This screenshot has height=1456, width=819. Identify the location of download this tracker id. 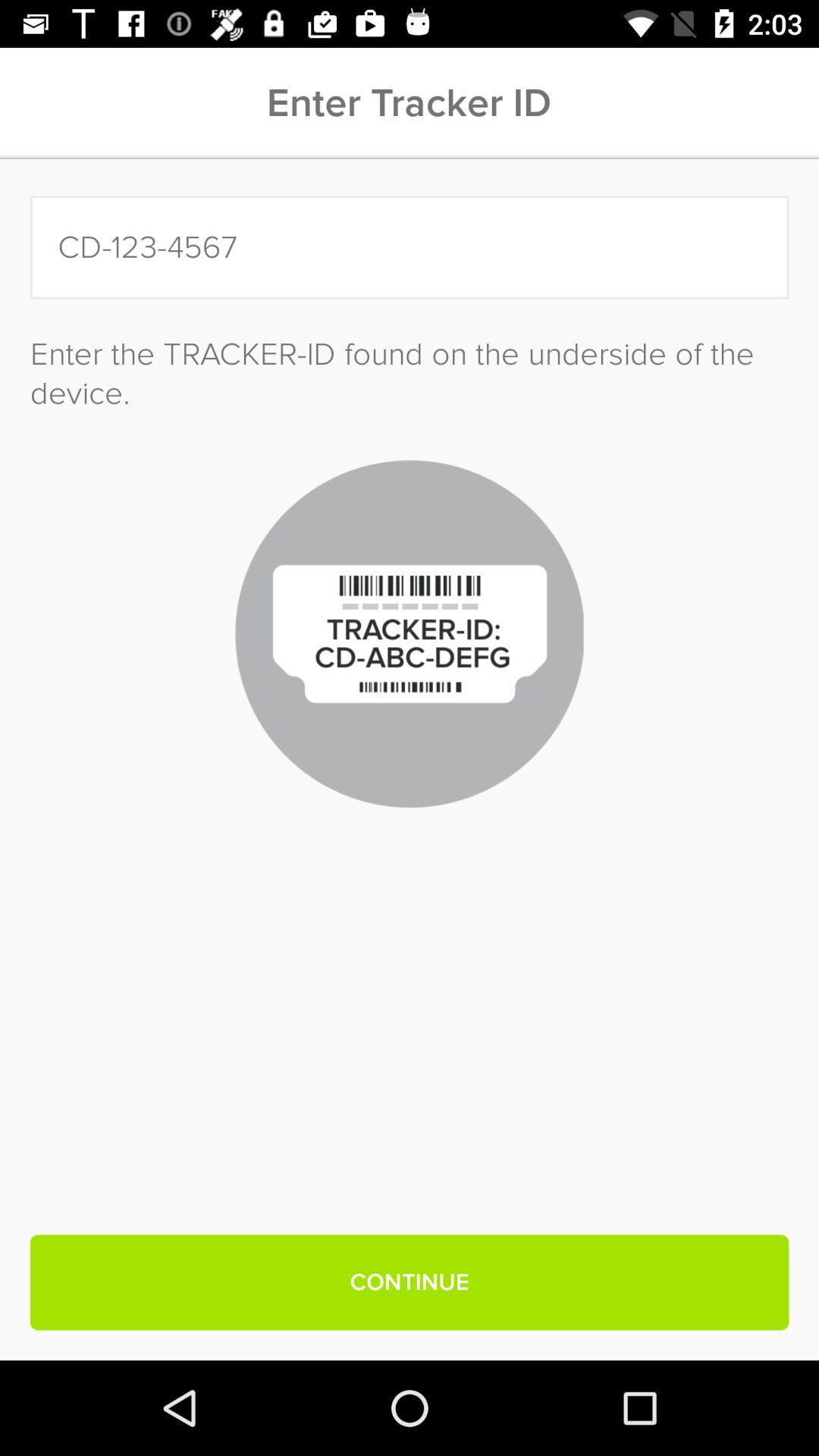
(409, 247).